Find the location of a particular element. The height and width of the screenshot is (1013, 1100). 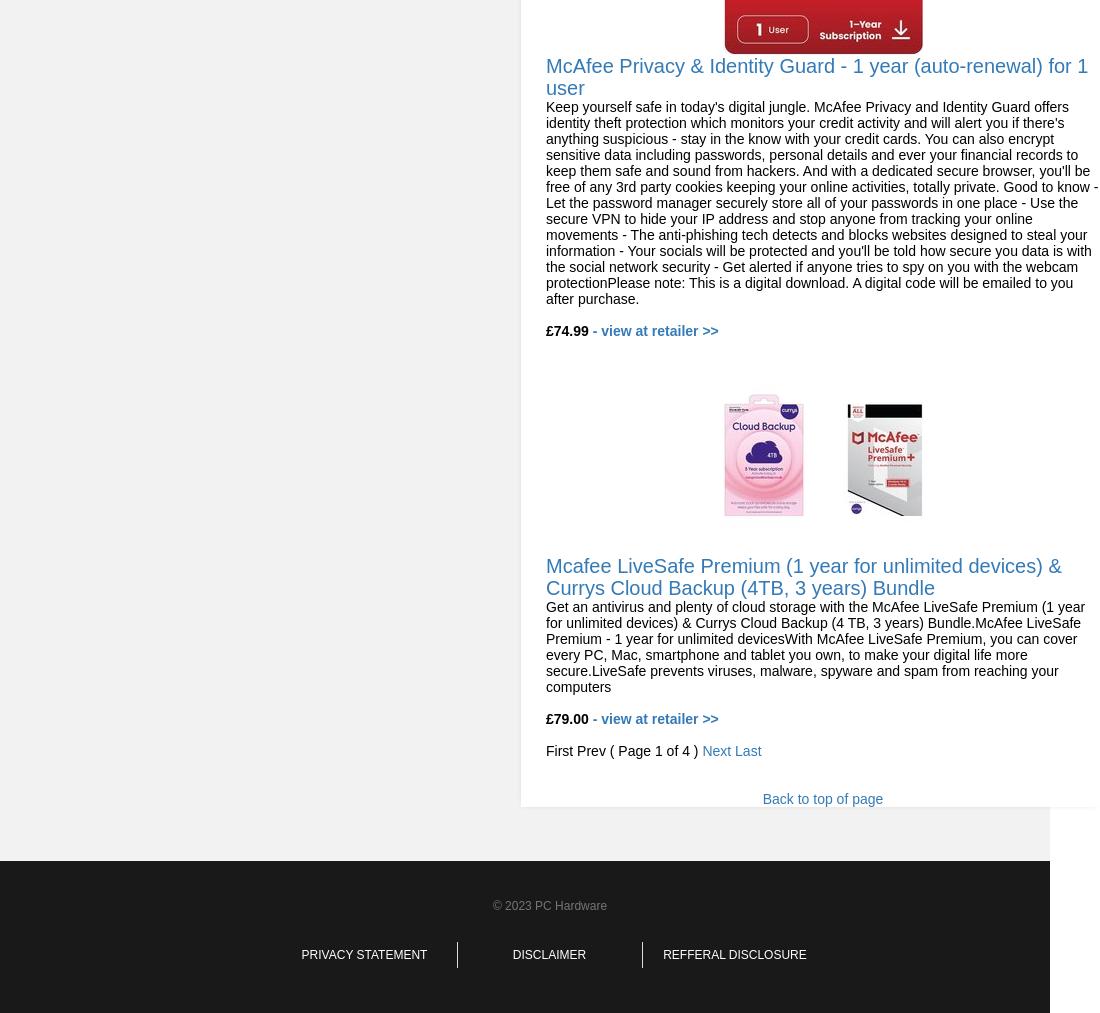

'Last' is located at coordinates (747, 751).